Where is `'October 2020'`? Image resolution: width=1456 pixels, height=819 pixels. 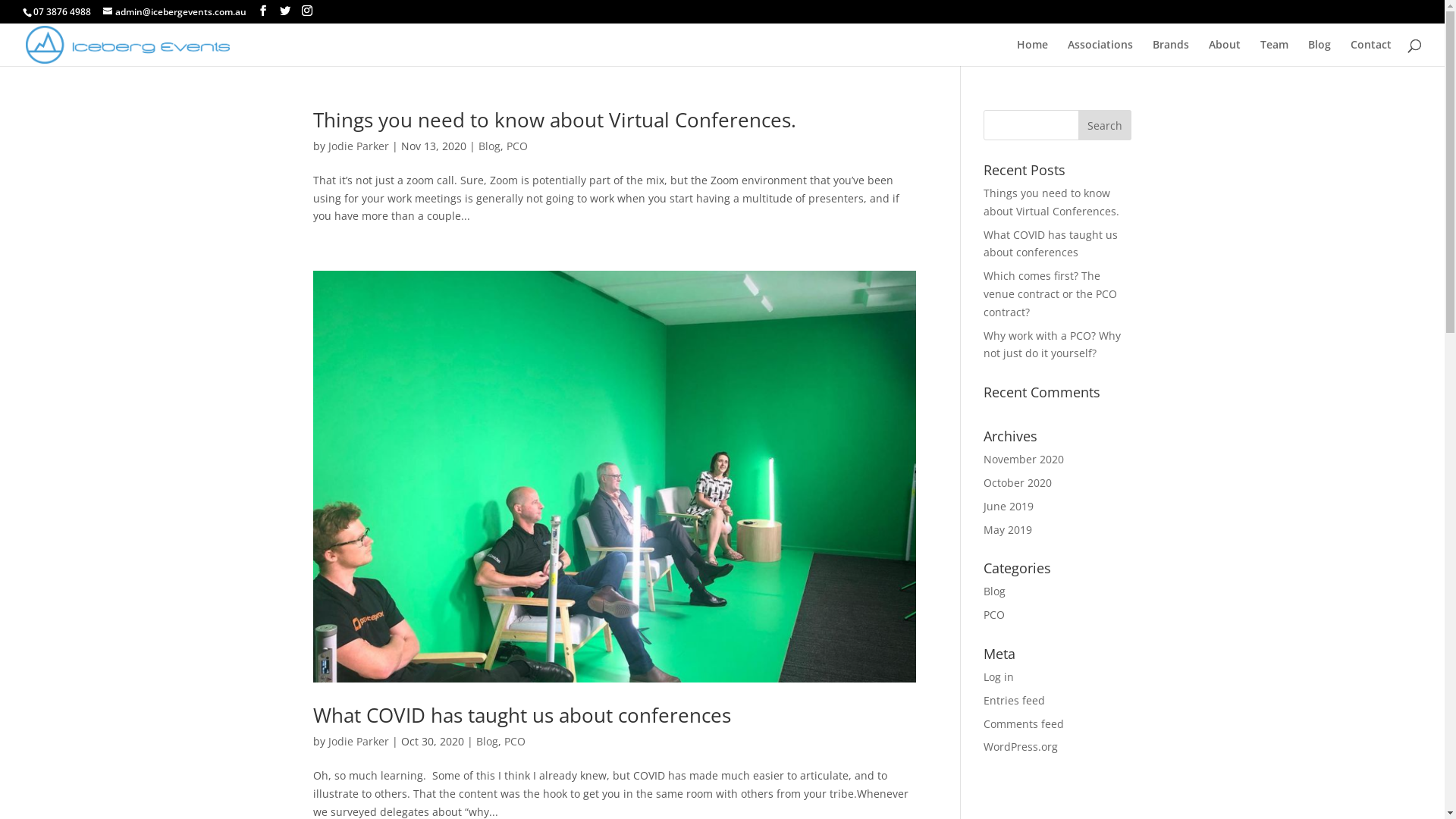
'October 2020' is located at coordinates (1018, 482).